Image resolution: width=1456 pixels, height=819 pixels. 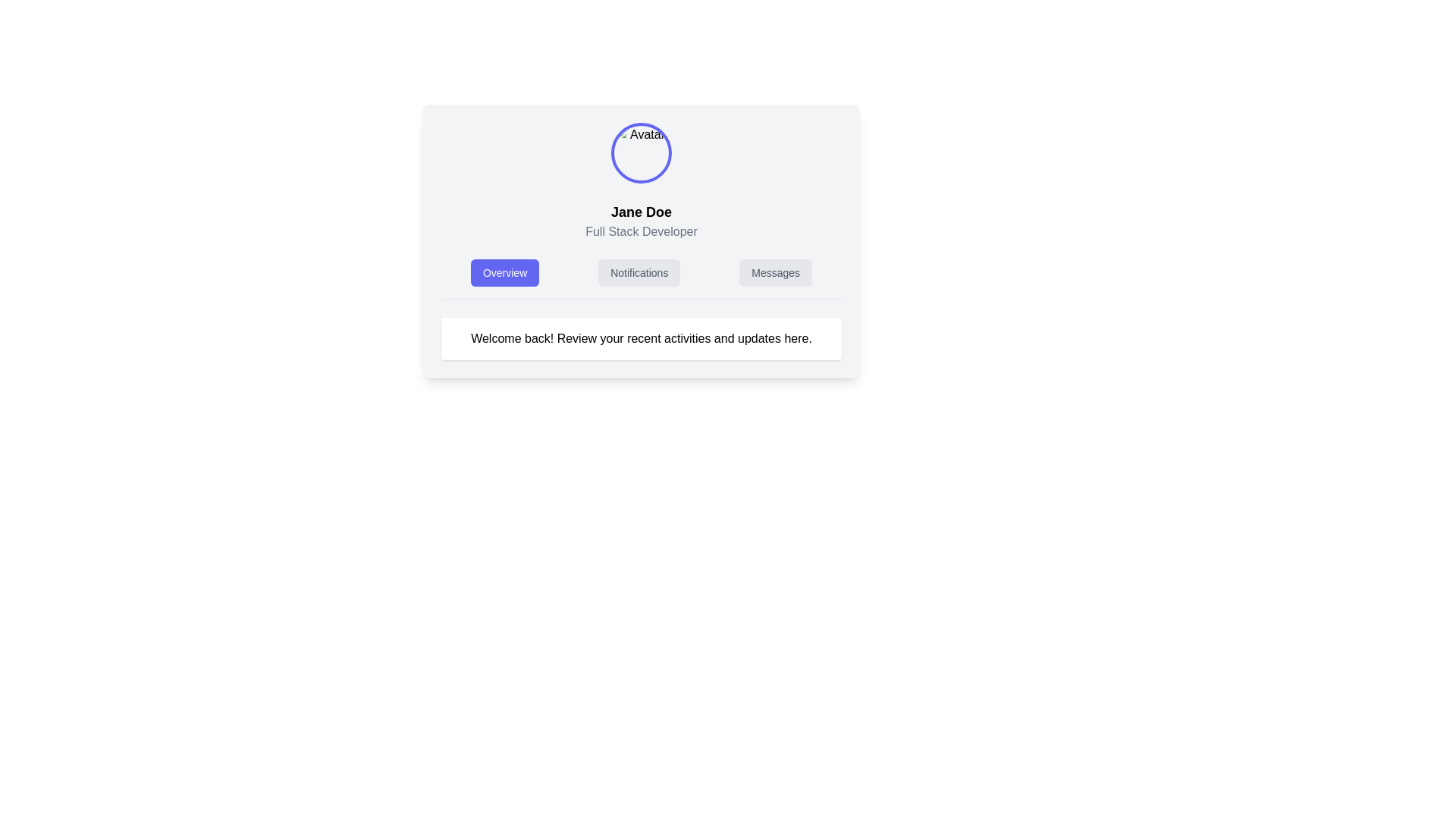 I want to click on text label that contains 'Welcome back! Review your recent activities and updates here.' positioned within the bottom region of a light-colored card interface, so click(x=641, y=338).